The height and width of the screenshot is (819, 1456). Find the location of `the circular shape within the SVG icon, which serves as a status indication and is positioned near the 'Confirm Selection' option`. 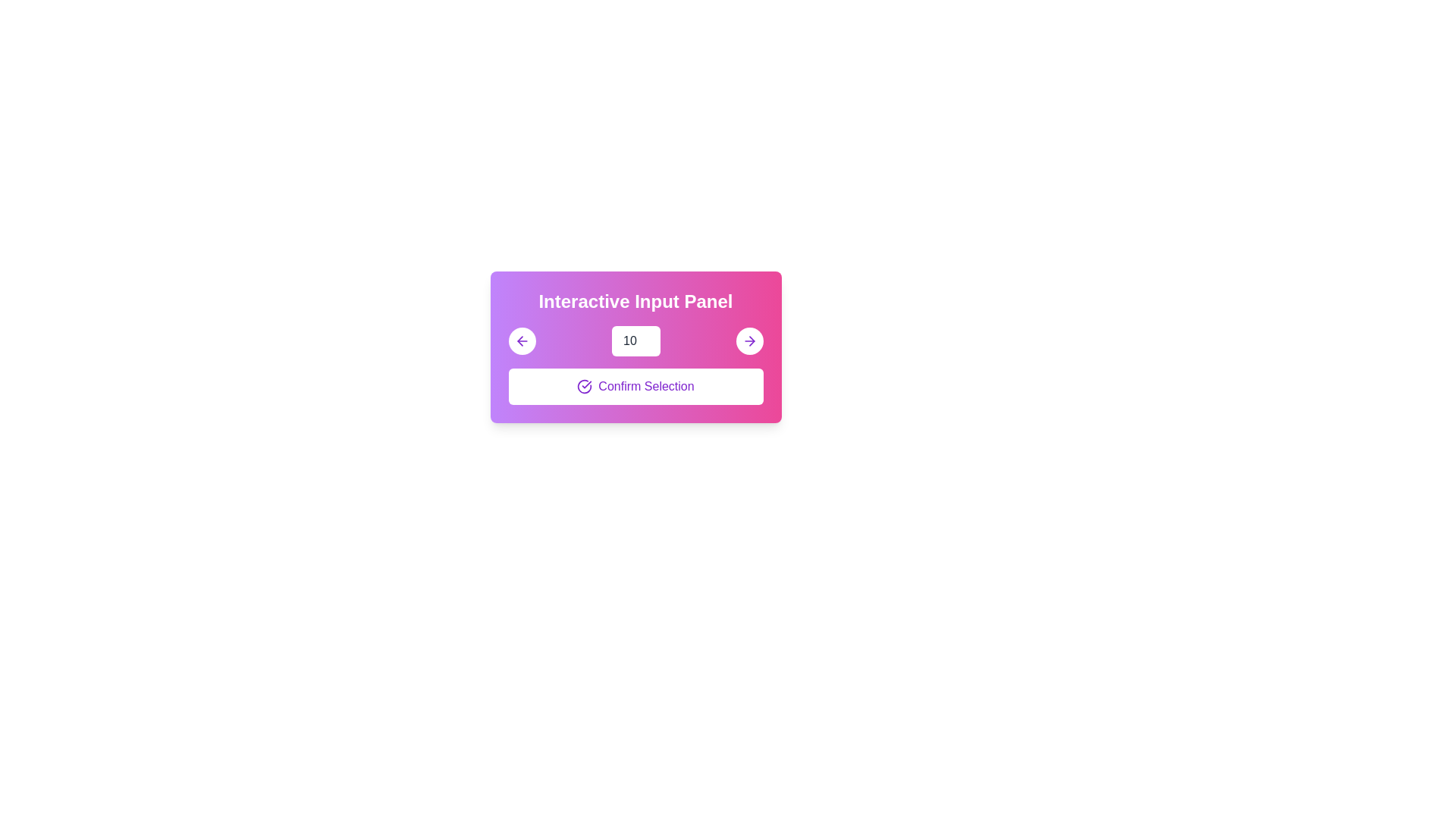

the circular shape within the SVG icon, which serves as a status indication and is positioned near the 'Confirm Selection' option is located at coordinates (584, 385).